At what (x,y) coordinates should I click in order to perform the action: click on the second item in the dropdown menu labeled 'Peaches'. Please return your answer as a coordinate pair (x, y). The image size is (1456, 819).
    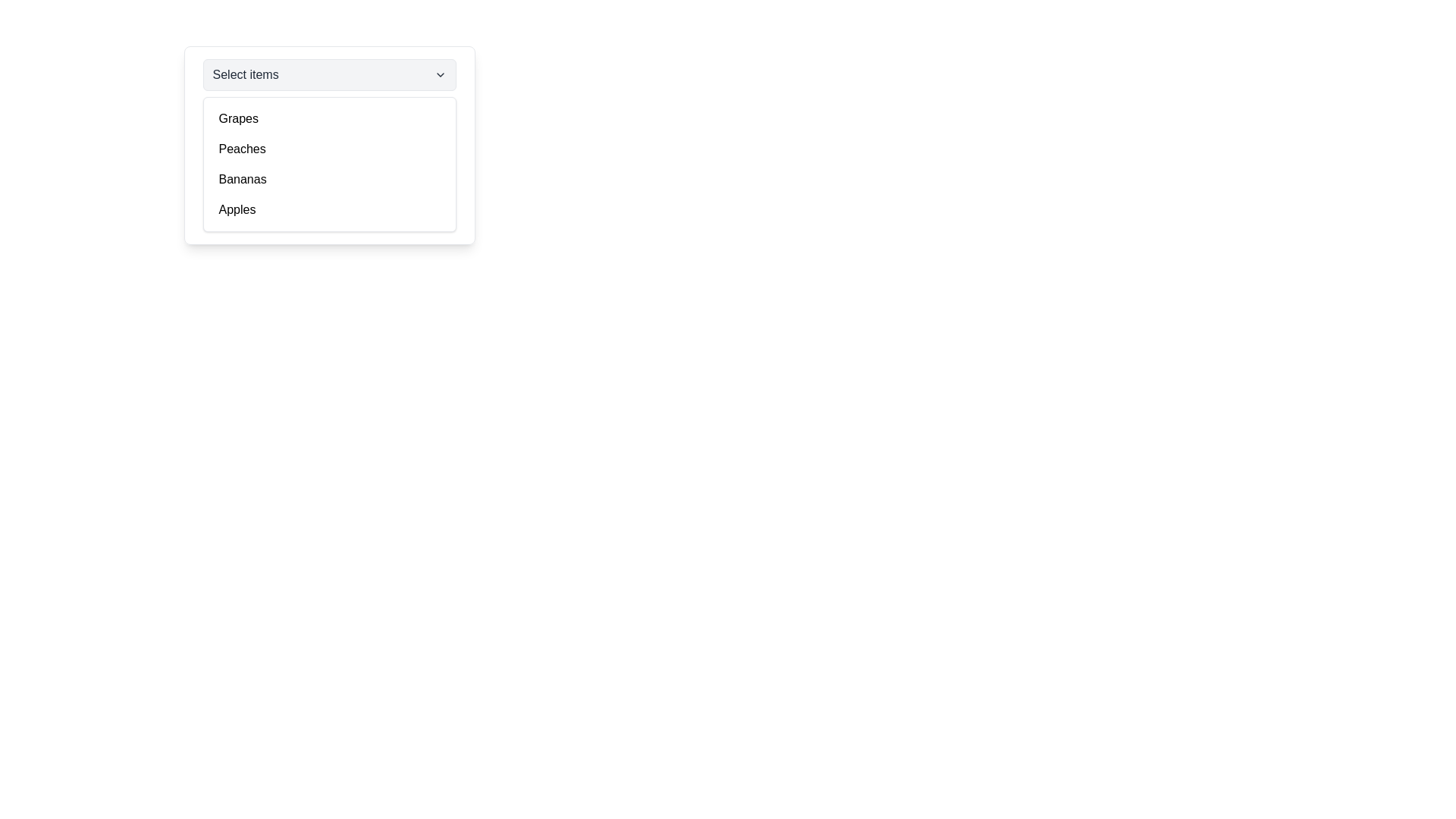
    Looking at the image, I should click on (328, 149).